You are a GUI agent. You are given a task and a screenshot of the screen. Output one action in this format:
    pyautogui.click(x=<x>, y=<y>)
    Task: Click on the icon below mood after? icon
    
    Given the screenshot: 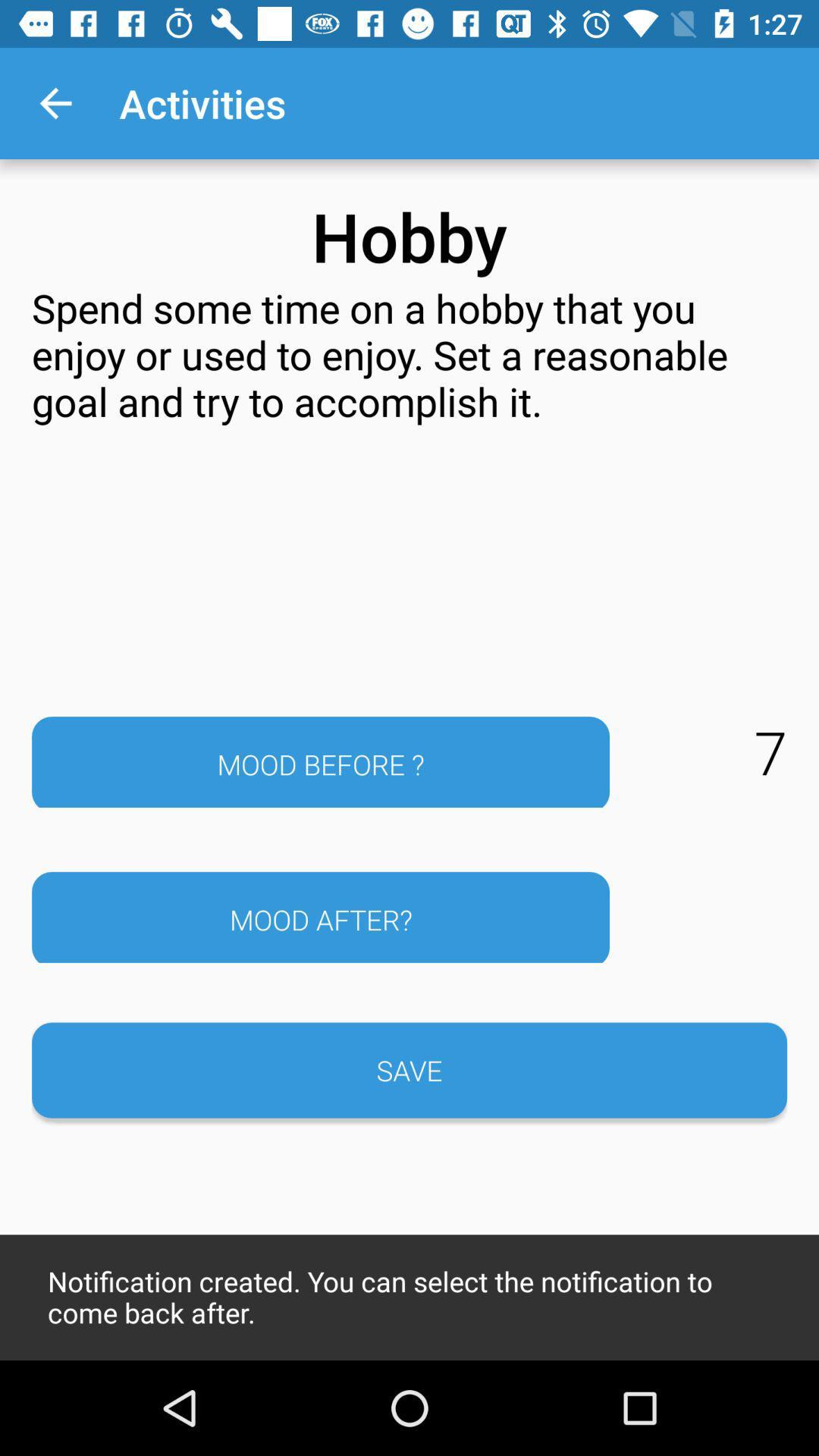 What is the action you would take?
    pyautogui.click(x=409, y=1069)
    